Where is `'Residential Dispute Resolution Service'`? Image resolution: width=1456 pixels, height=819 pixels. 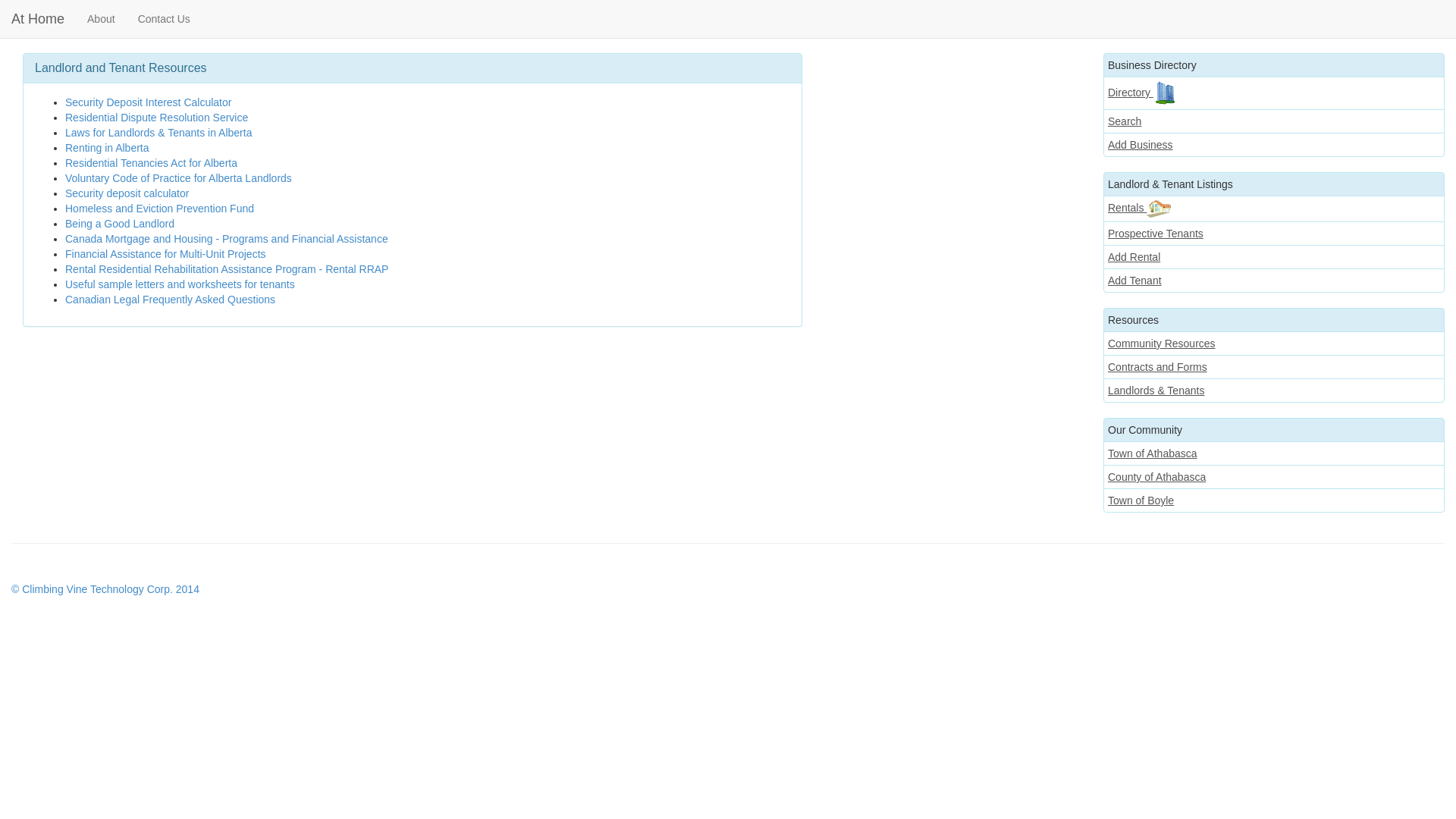 'Residential Dispute Resolution Service' is located at coordinates (156, 116).